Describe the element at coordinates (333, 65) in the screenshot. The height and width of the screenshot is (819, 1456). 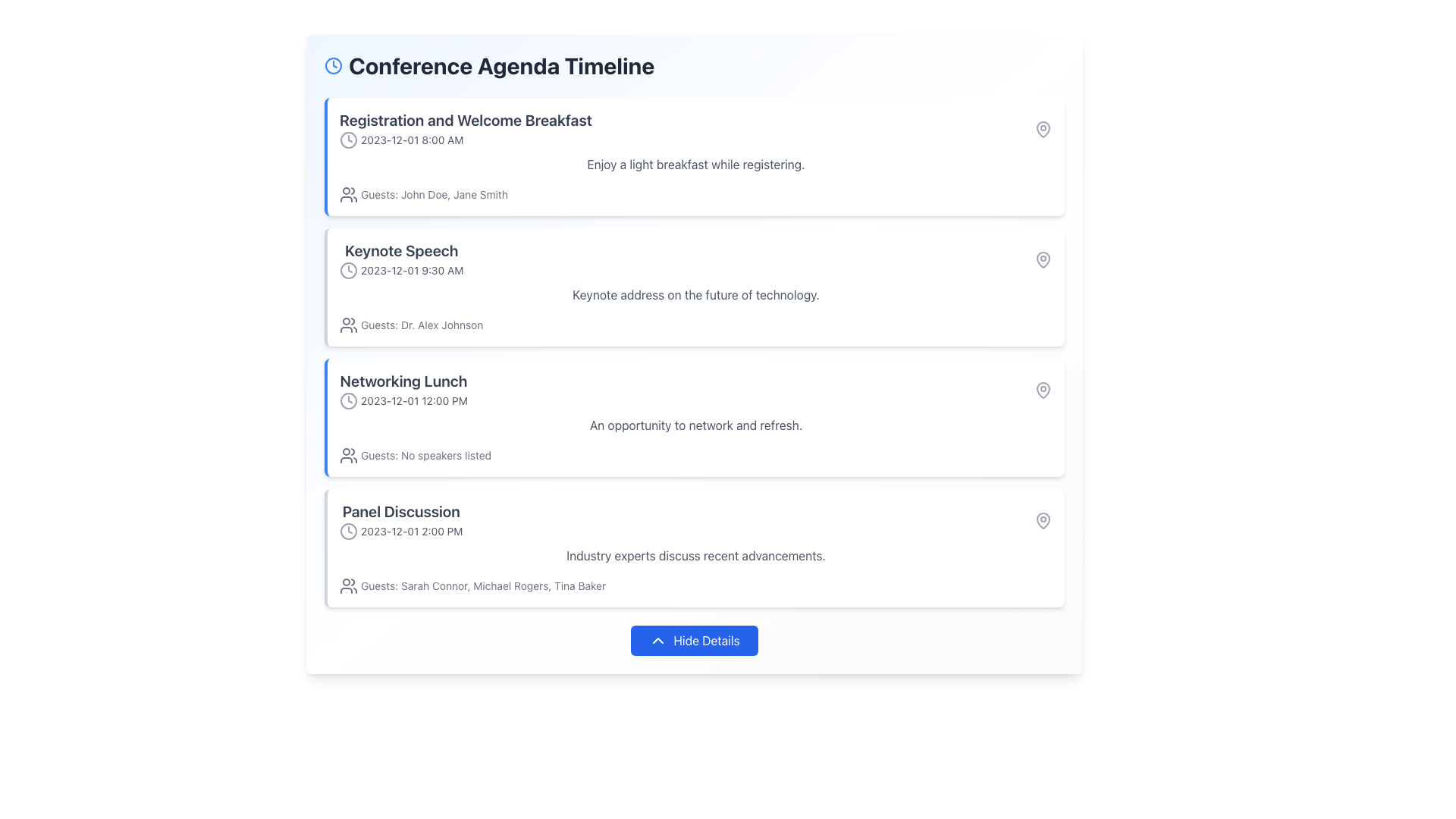
I see `the decorative icon located at the far left within the header line of the 'Conference Agenda Timeline' title` at that location.